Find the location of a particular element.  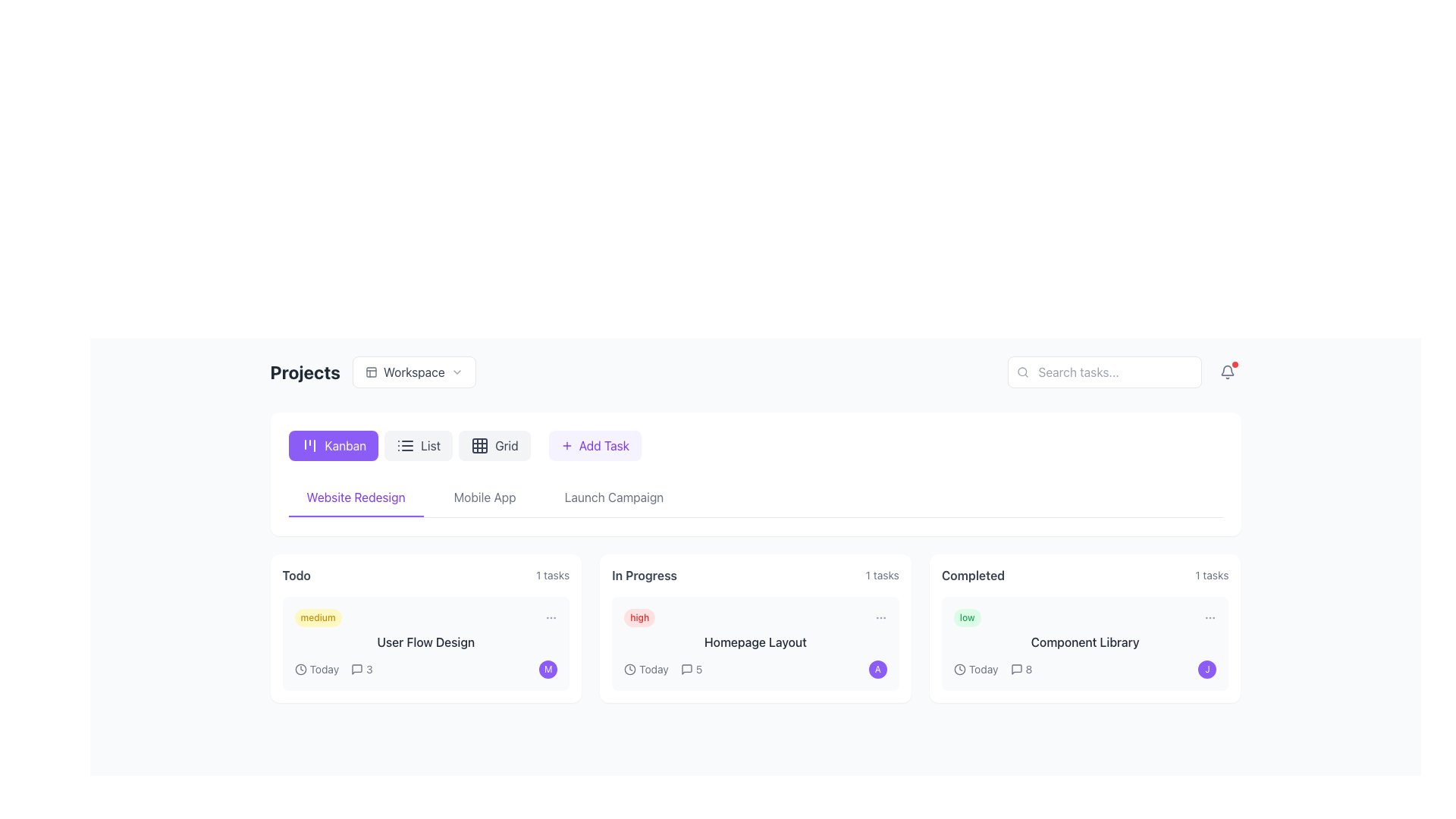

the SVG Circle representing a clock icon located at the upper-right corner of the interface by clicking on it is located at coordinates (959, 669).